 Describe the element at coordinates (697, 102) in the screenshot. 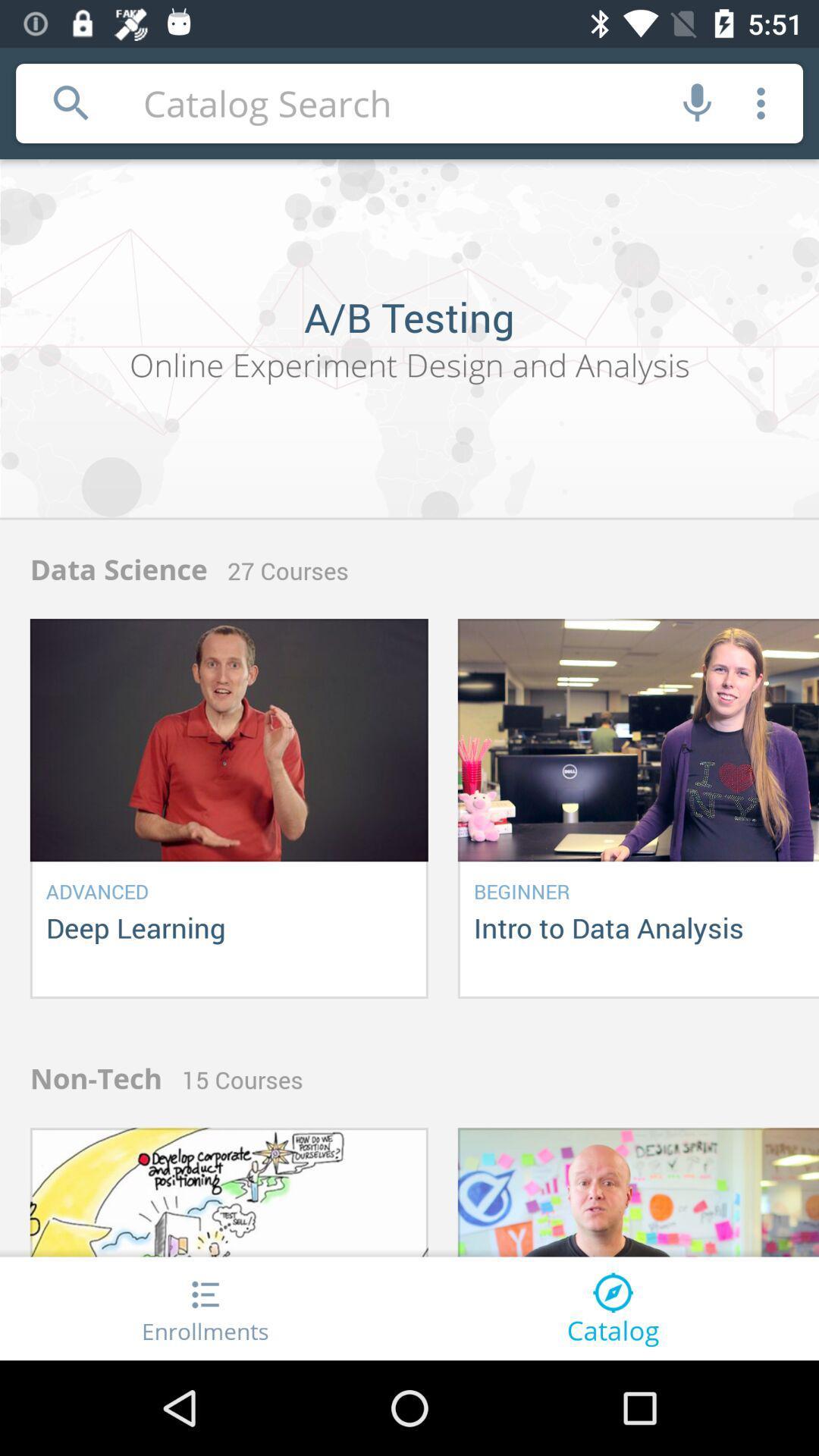

I see `speech to text` at that location.